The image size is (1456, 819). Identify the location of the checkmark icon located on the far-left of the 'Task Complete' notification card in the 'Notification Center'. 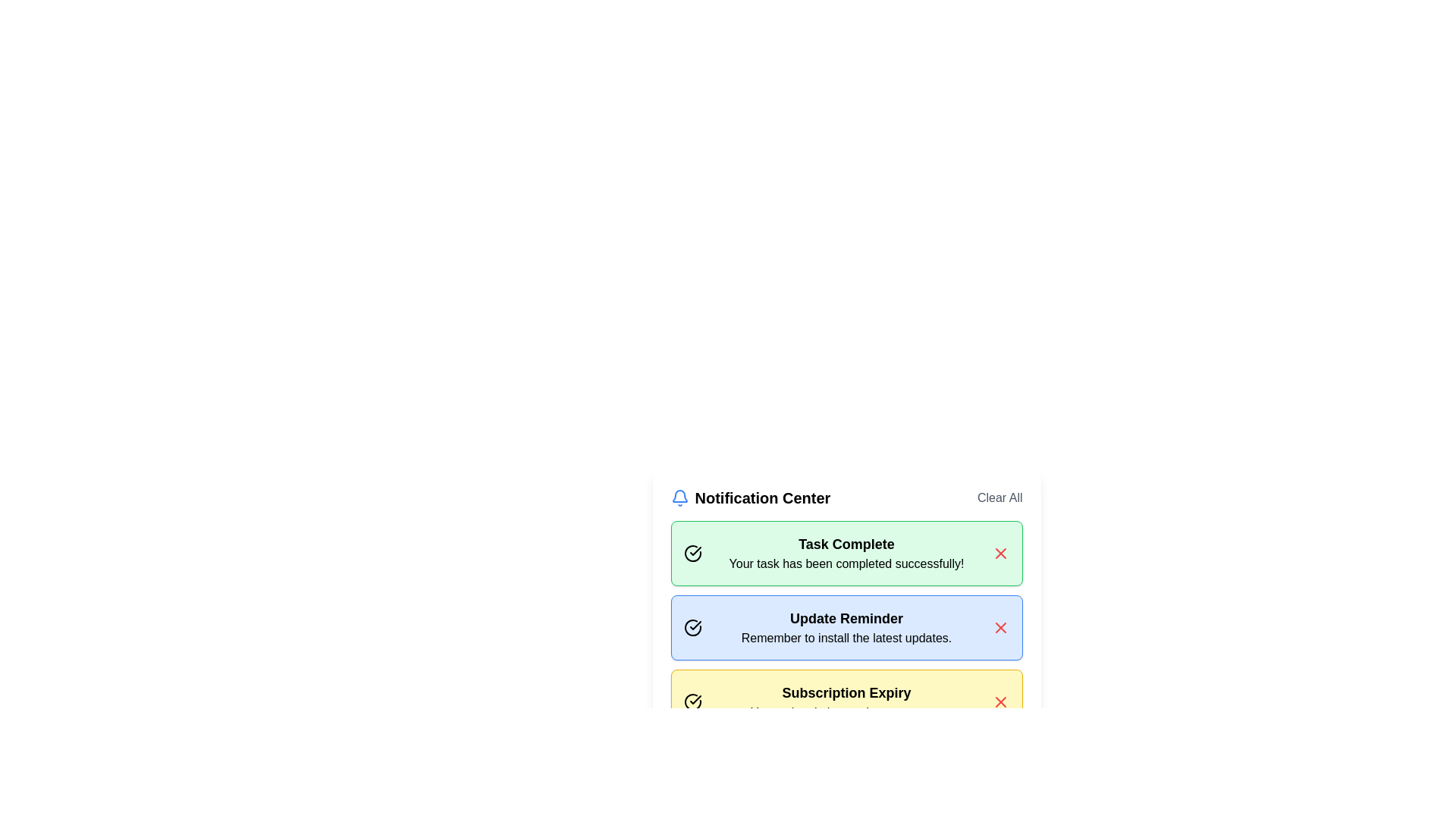
(694, 551).